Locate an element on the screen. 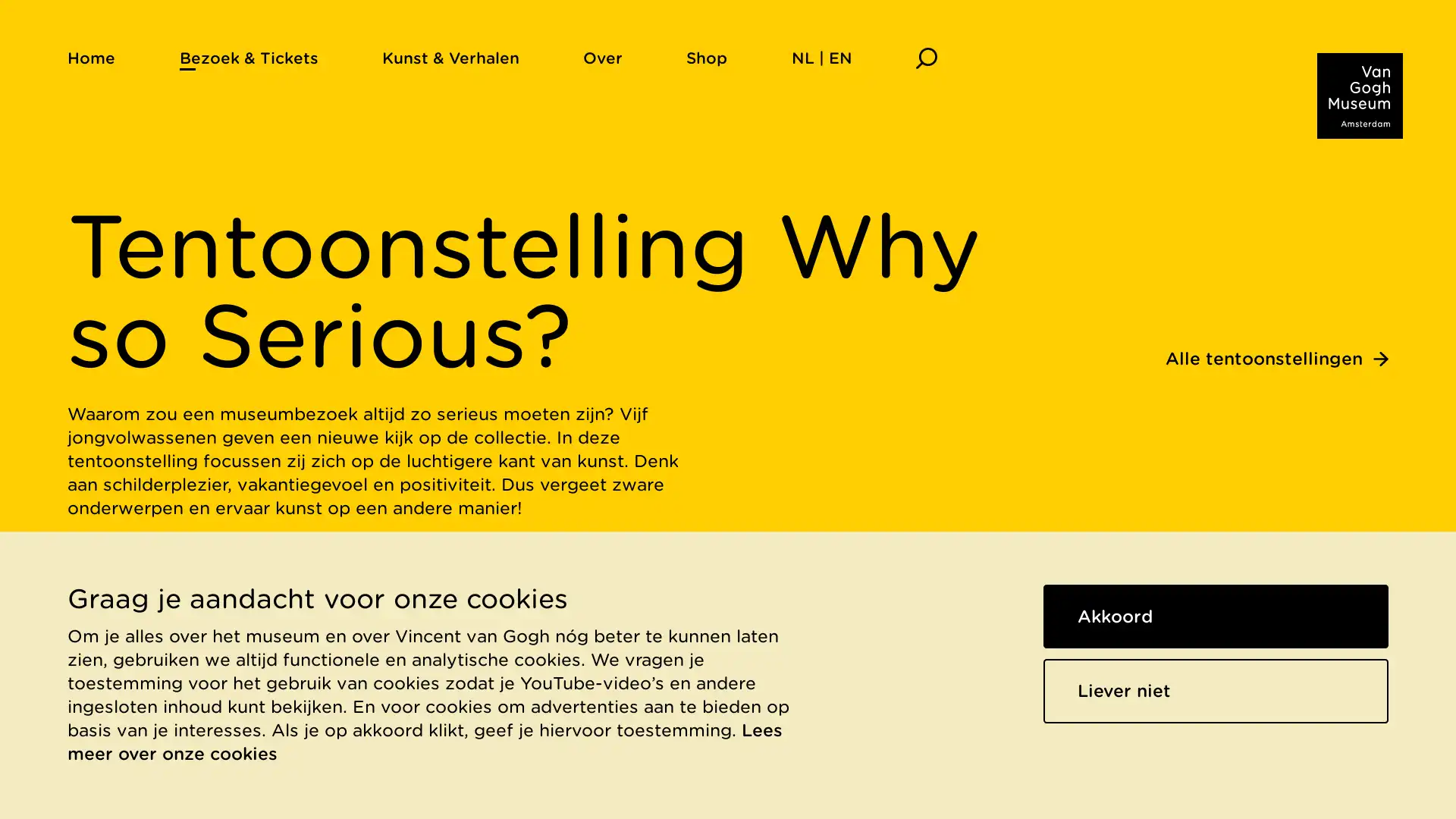  Liever niet is located at coordinates (1216, 690).